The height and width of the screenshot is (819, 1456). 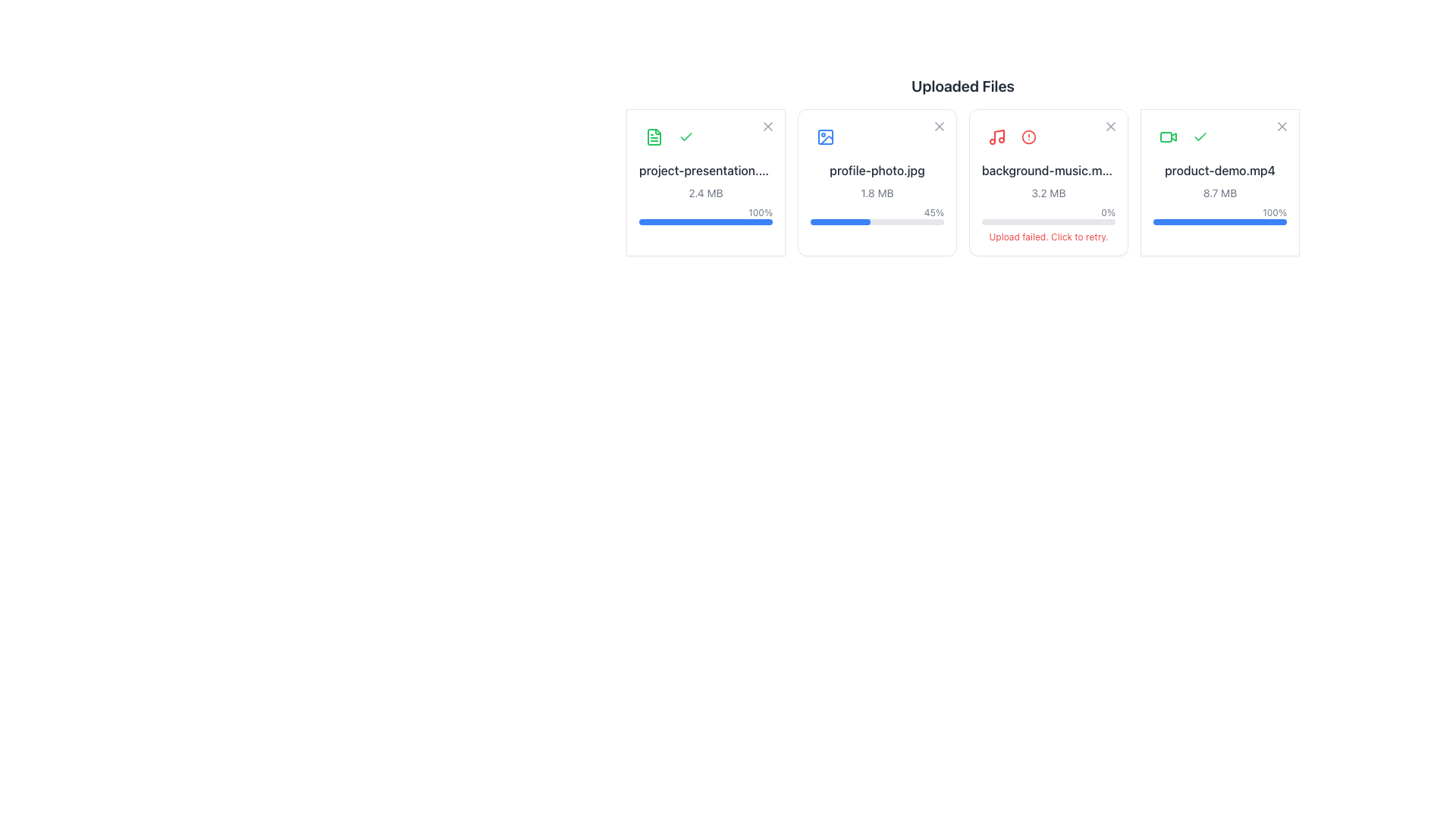 I want to click on the file-type indicator icon representing an image file in the 'Uploaded Files' section, so click(x=825, y=137).